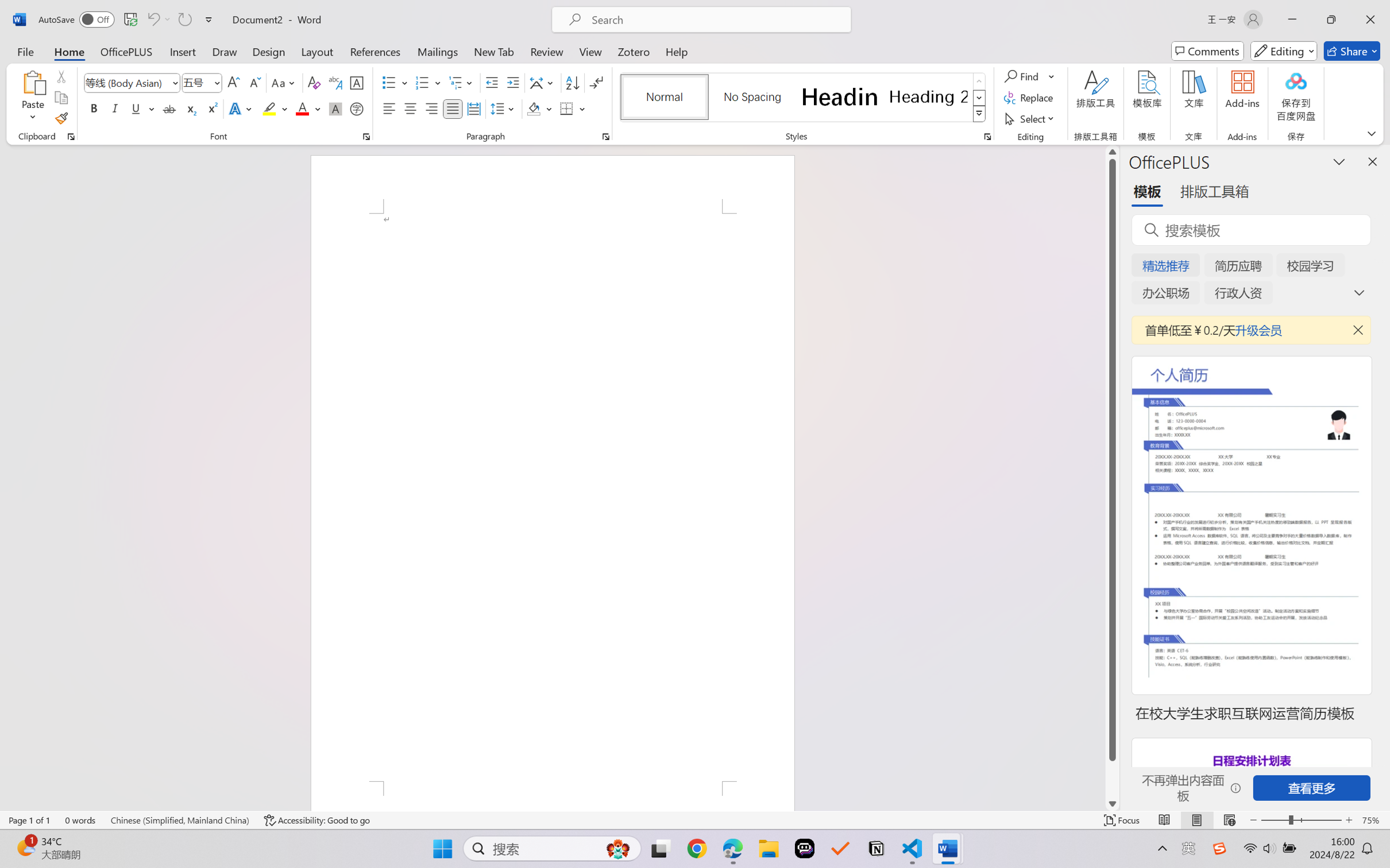  I want to click on 'Line down', so click(1112, 803).